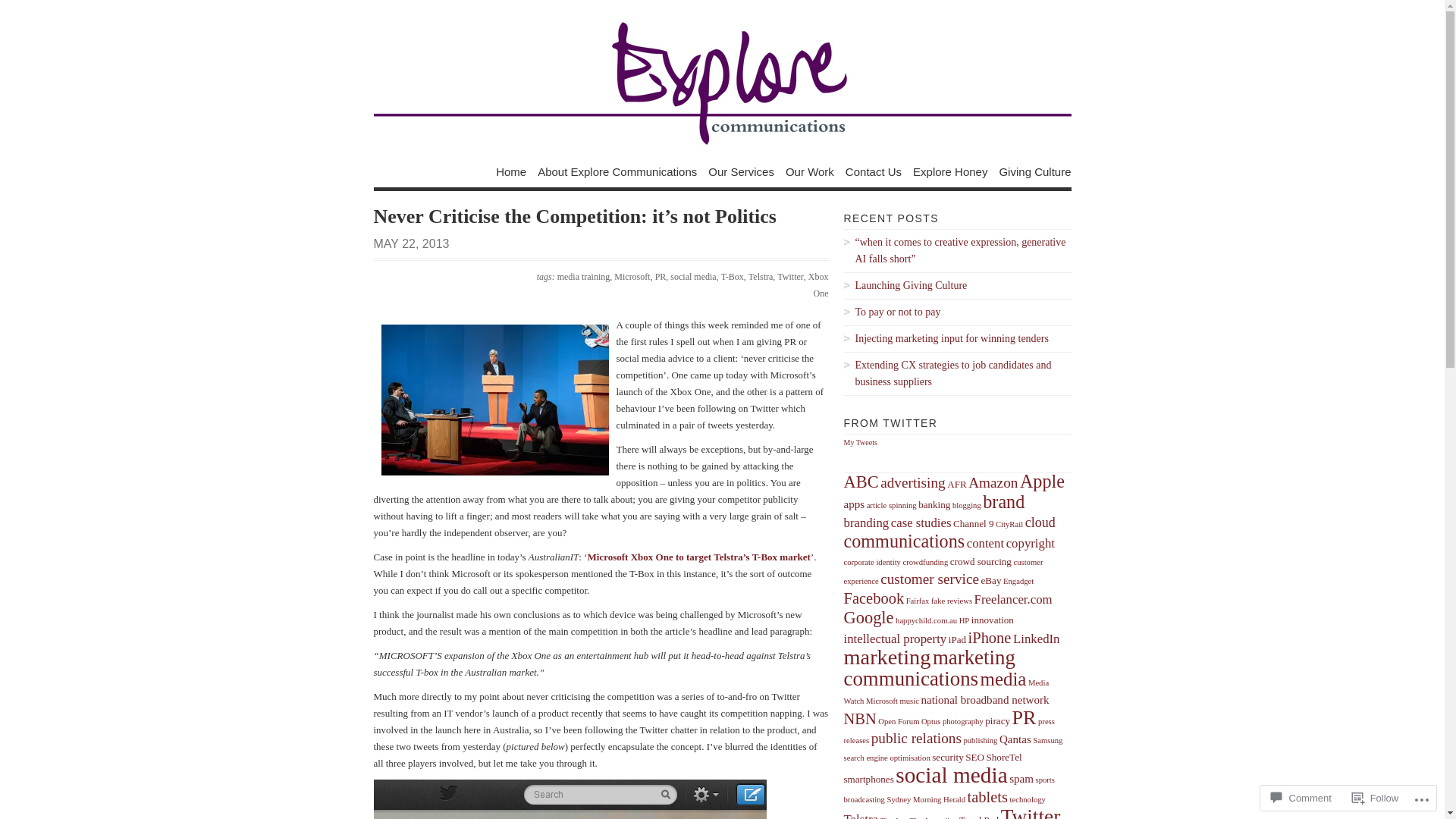 The width and height of the screenshot is (1456, 819). What do you see at coordinates (956, 484) in the screenshot?
I see `'AFR'` at bounding box center [956, 484].